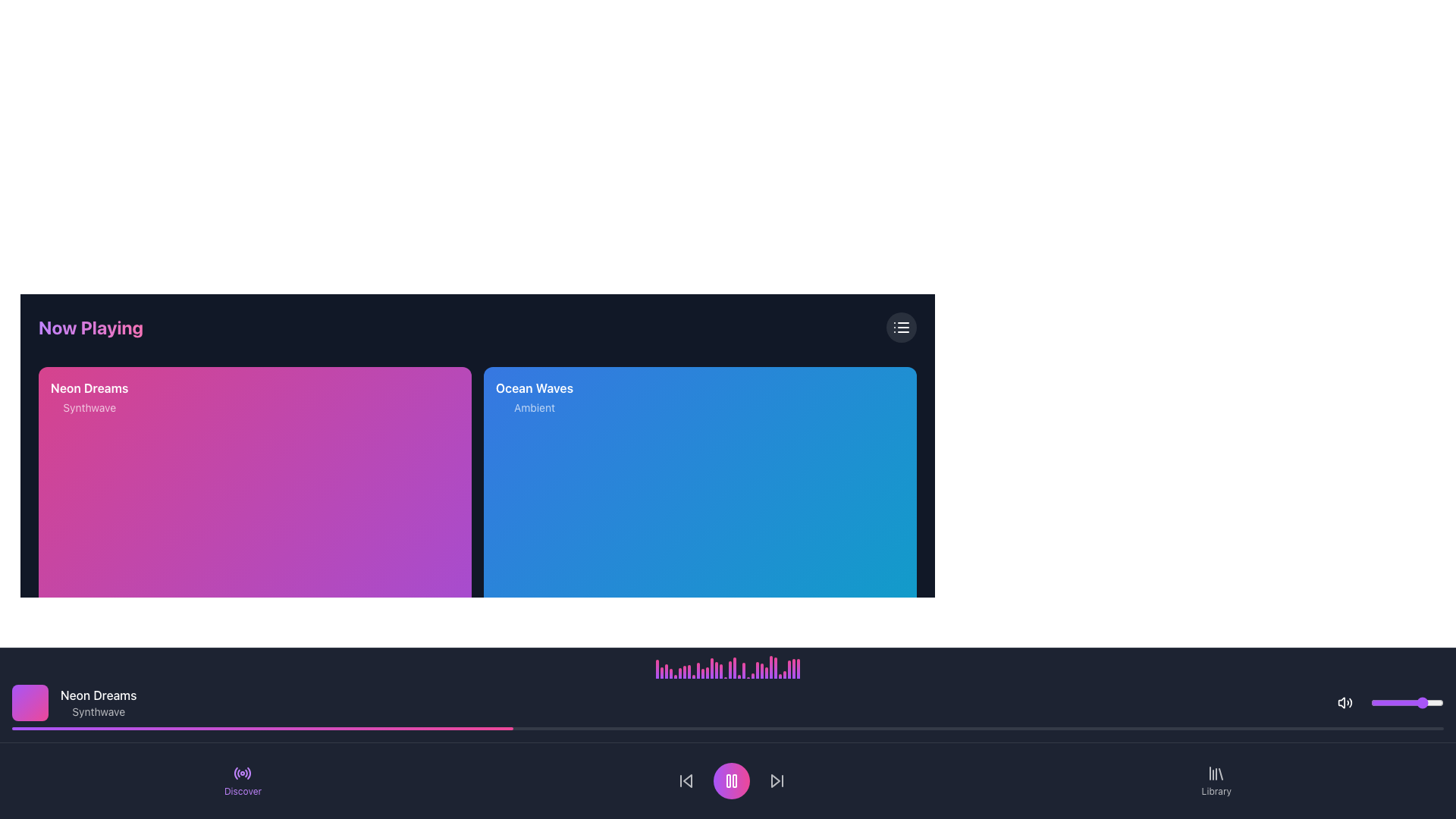 Image resolution: width=1456 pixels, height=819 pixels. I want to click on the third vertical gradient bar from the left at the bottom of the page, so click(666, 672).